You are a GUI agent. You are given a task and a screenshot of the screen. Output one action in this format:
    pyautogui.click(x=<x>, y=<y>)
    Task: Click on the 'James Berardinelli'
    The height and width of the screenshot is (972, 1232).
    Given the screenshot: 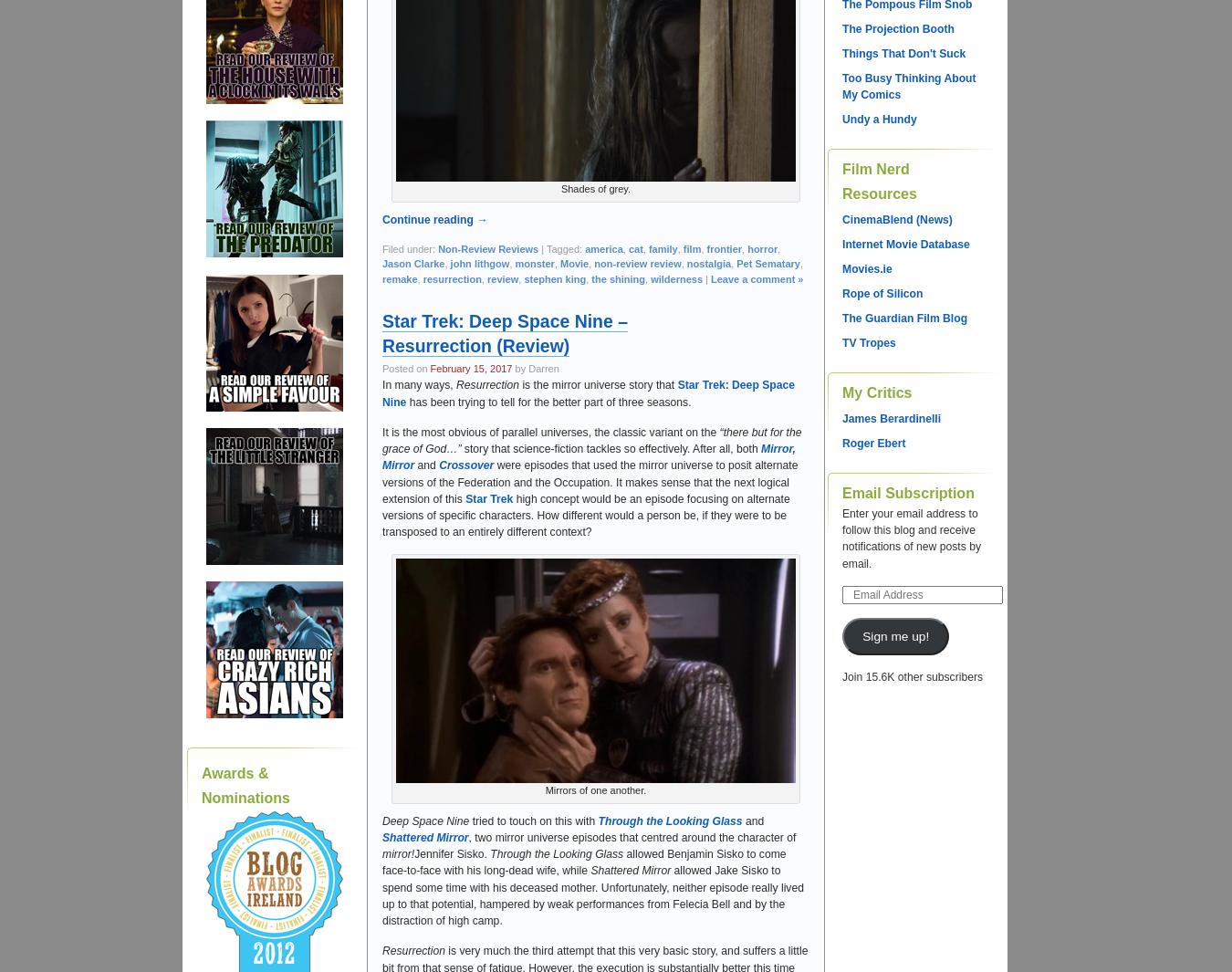 What is the action you would take?
    pyautogui.click(x=890, y=418)
    